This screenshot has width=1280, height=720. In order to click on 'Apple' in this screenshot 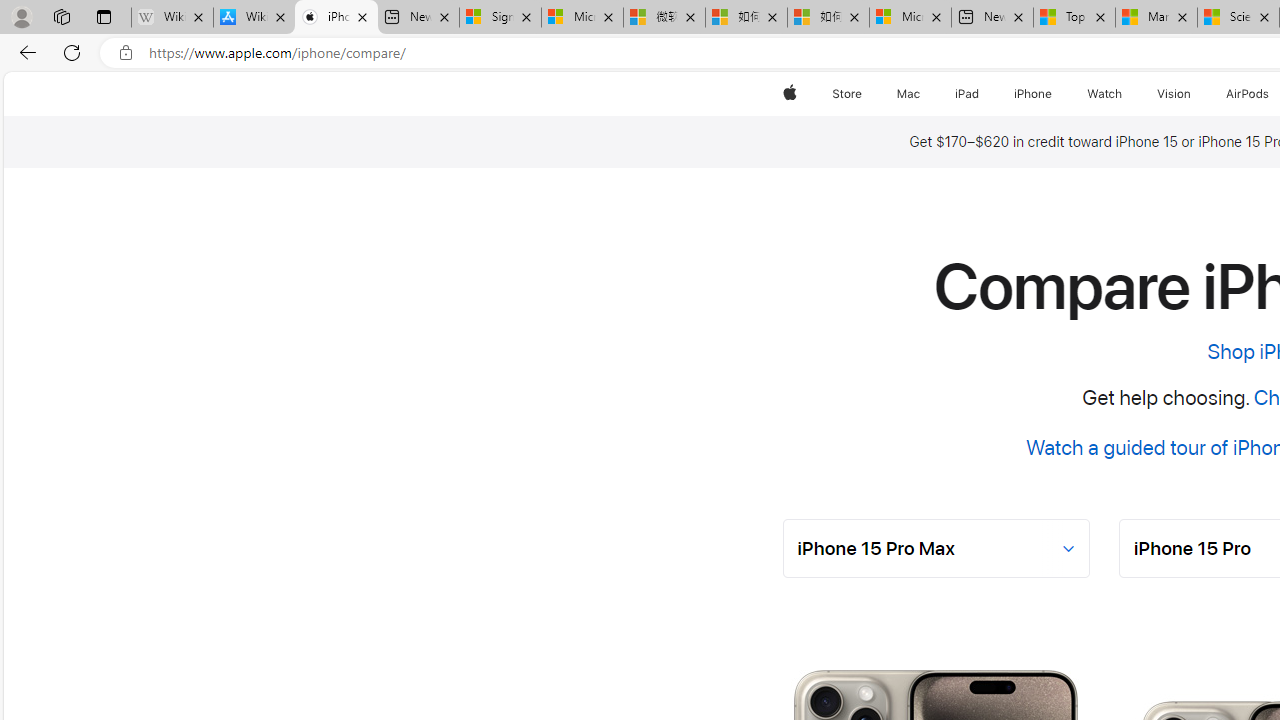, I will do `click(788, 93)`.